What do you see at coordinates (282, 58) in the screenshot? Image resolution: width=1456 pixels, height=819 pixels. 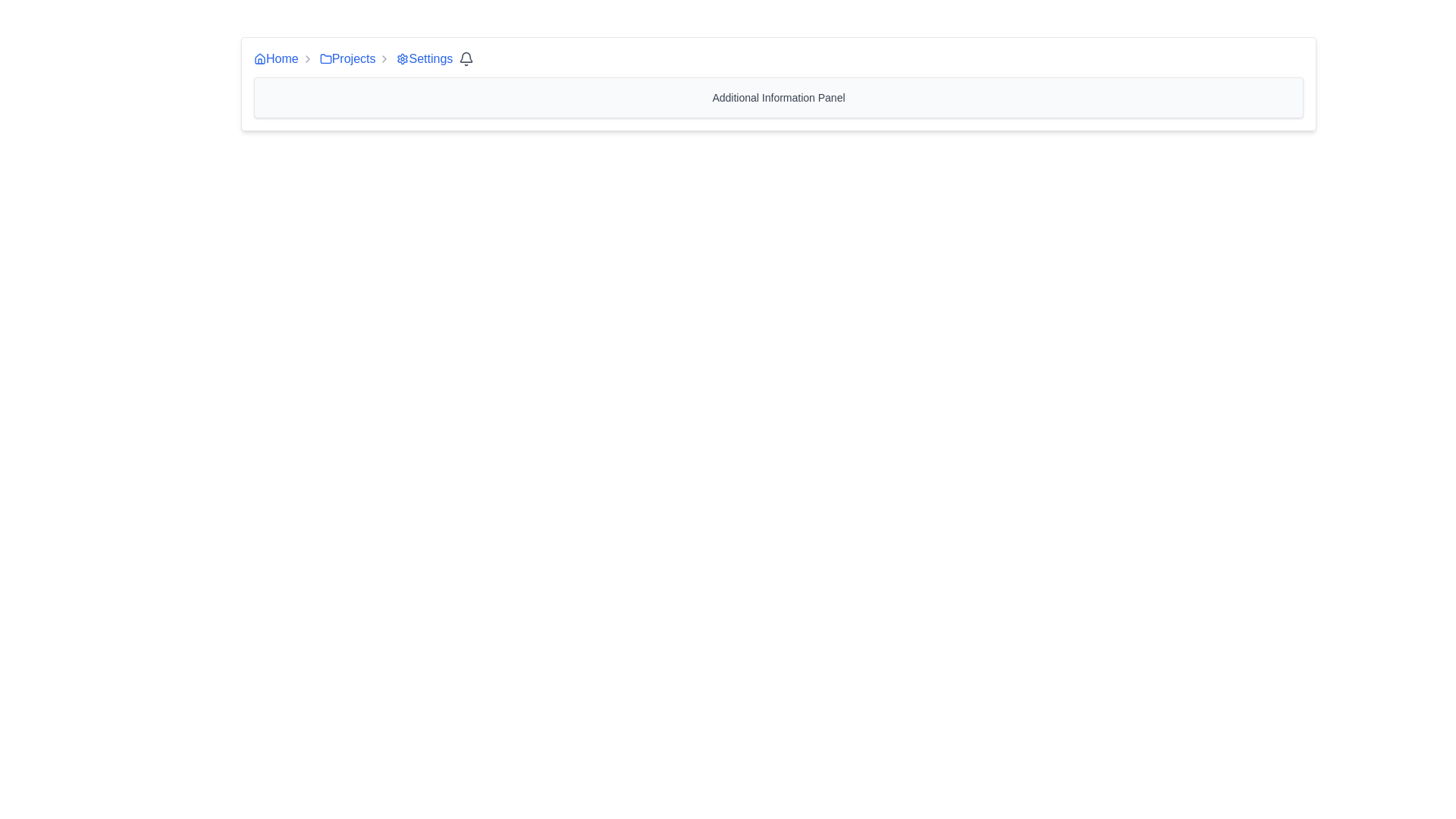 I see `the text label with hyperlink functionality that navigates to the homepage` at bounding box center [282, 58].